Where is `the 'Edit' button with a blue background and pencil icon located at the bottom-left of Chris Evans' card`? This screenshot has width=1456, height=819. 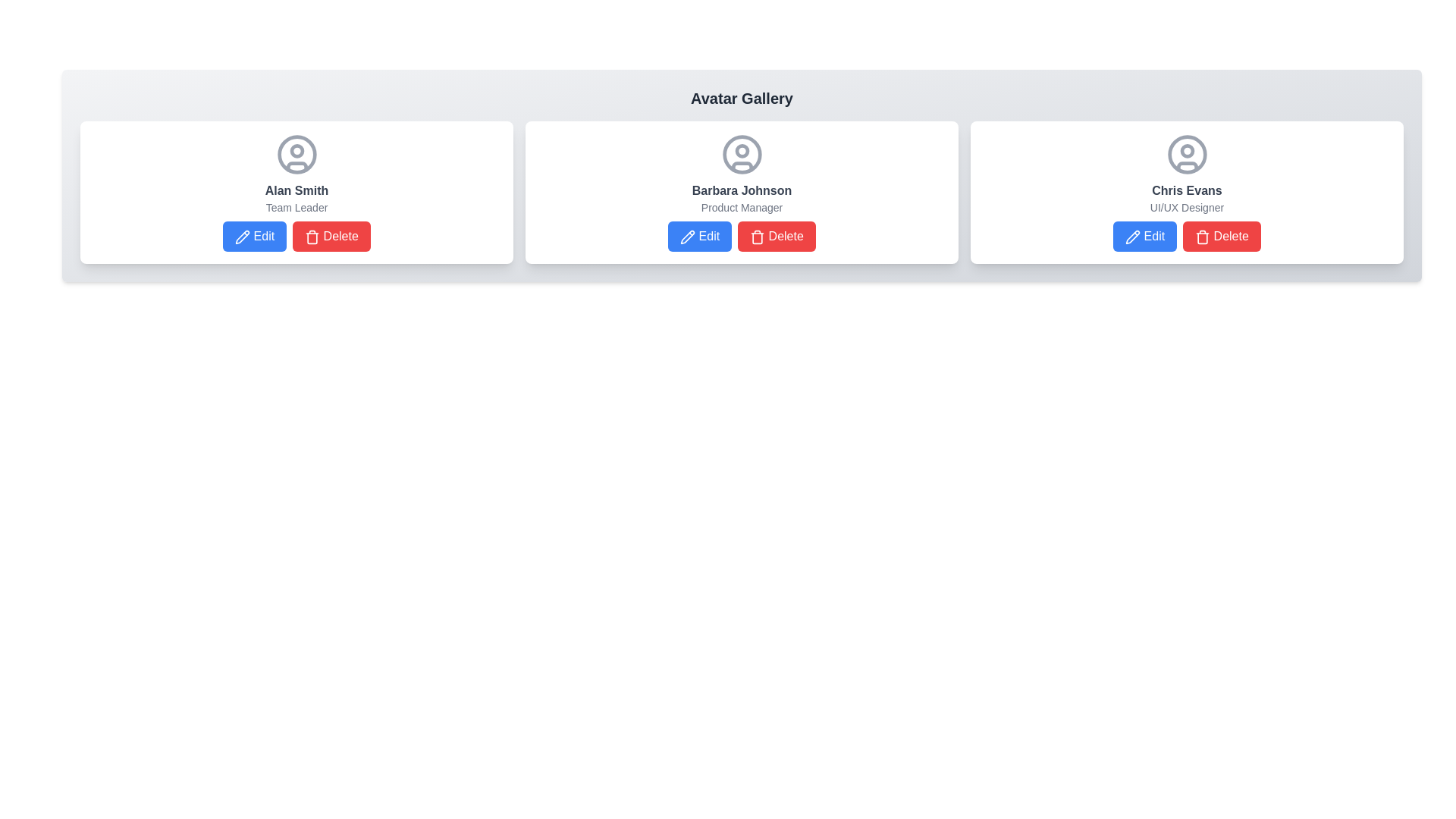
the 'Edit' button with a blue background and pencil icon located at the bottom-left of Chris Evans' card is located at coordinates (1145, 237).